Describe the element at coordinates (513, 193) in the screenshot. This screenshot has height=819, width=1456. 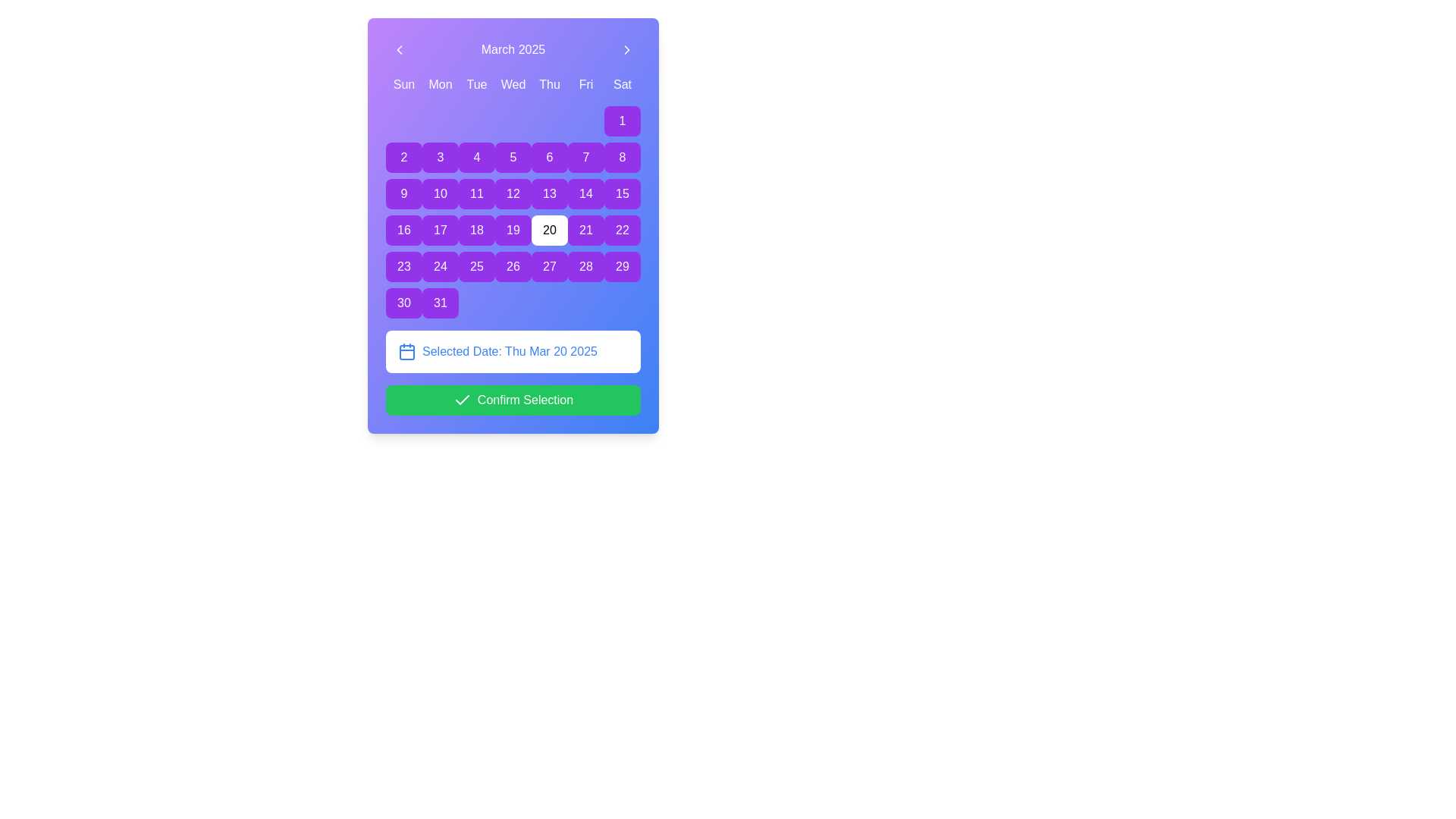
I see `the button representing the 12th day in the calendar` at that location.